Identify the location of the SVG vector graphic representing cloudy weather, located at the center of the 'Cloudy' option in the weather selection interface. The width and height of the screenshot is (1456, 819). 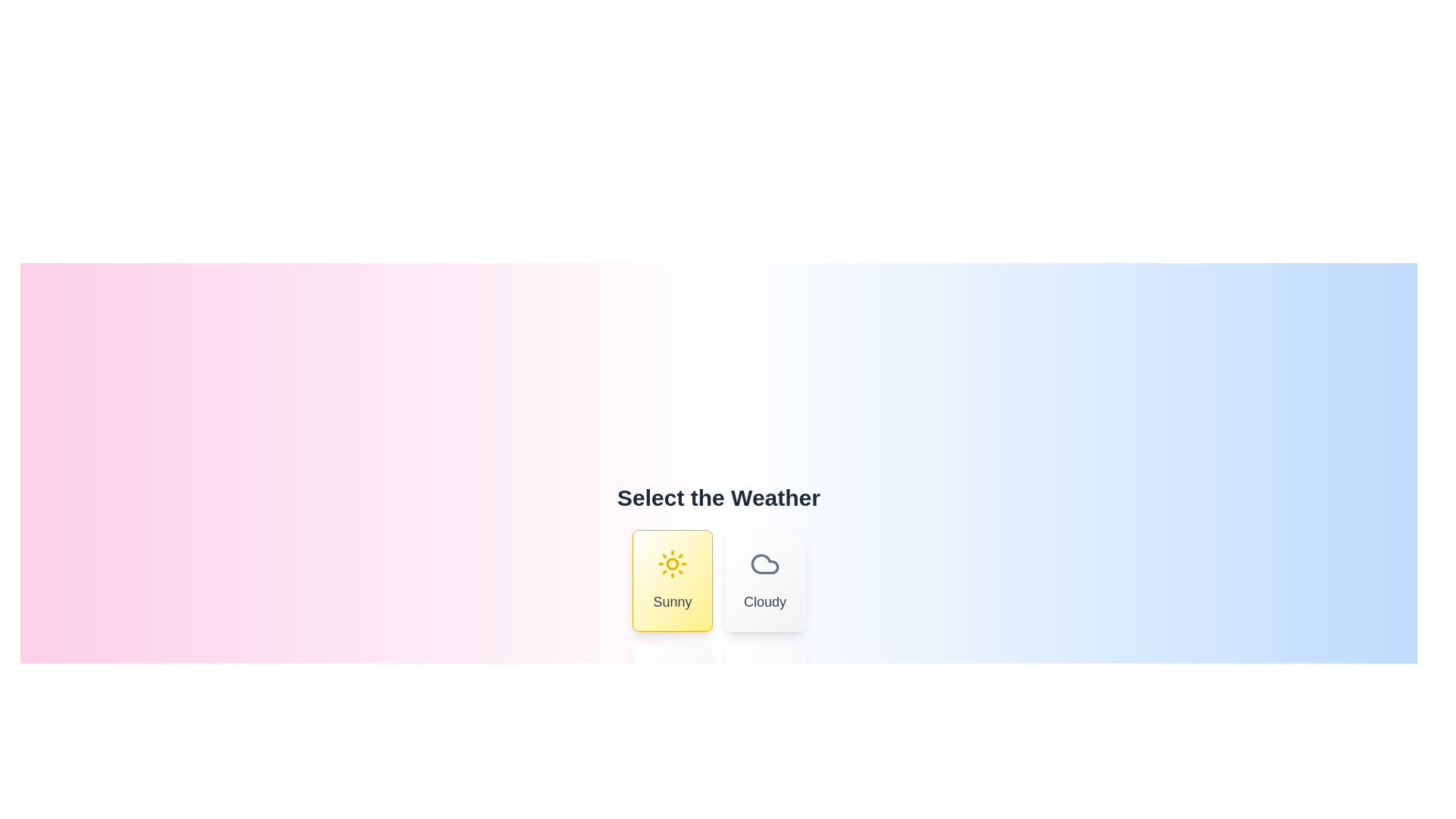
(764, 564).